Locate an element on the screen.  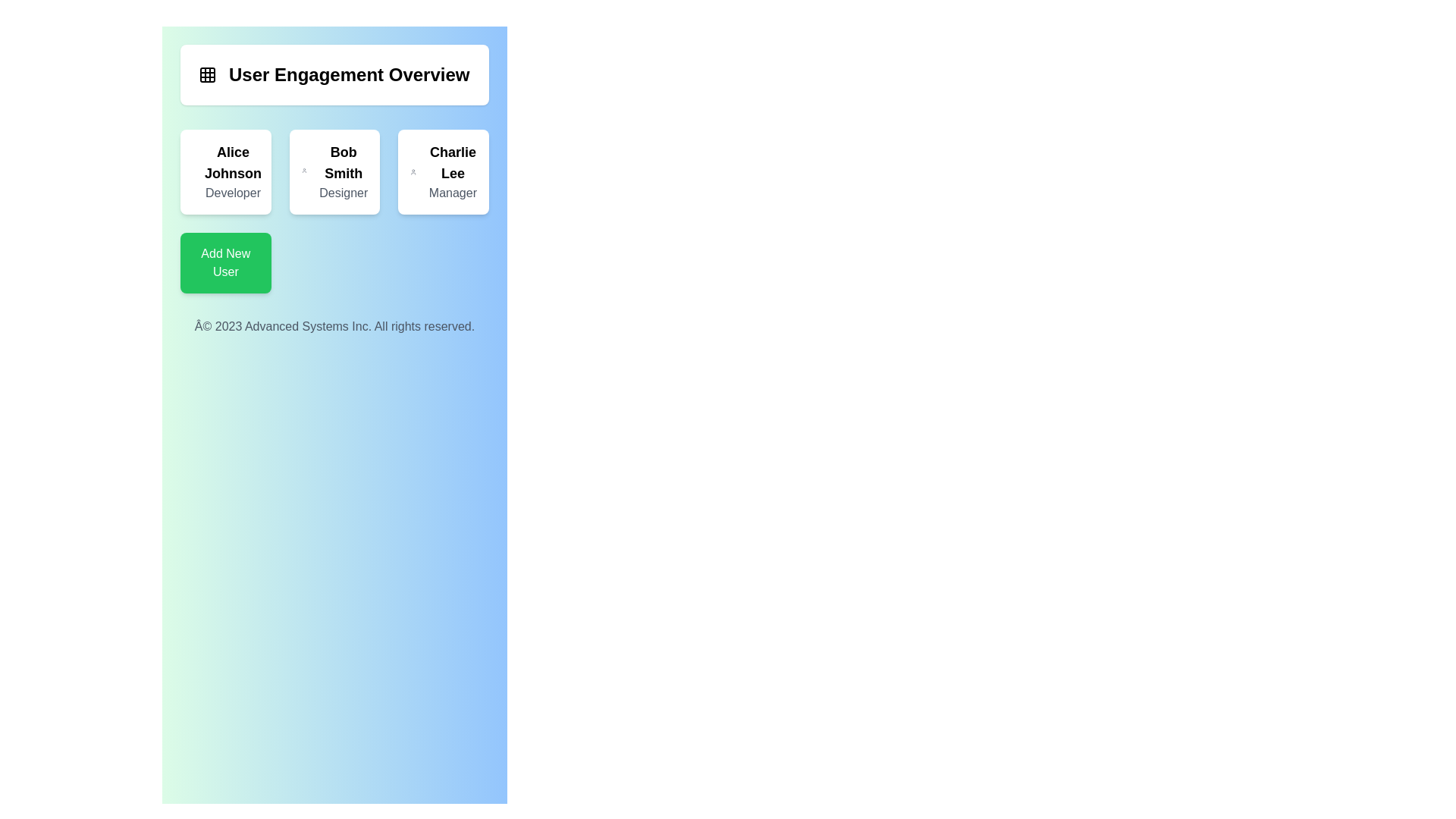
displayed text on the user profile card located in the center of the grid layout, which is the second card flanked by 'Alice Johnson, Developer' on the left and 'Charlie Lee, Manager' on the right is located at coordinates (334, 171).